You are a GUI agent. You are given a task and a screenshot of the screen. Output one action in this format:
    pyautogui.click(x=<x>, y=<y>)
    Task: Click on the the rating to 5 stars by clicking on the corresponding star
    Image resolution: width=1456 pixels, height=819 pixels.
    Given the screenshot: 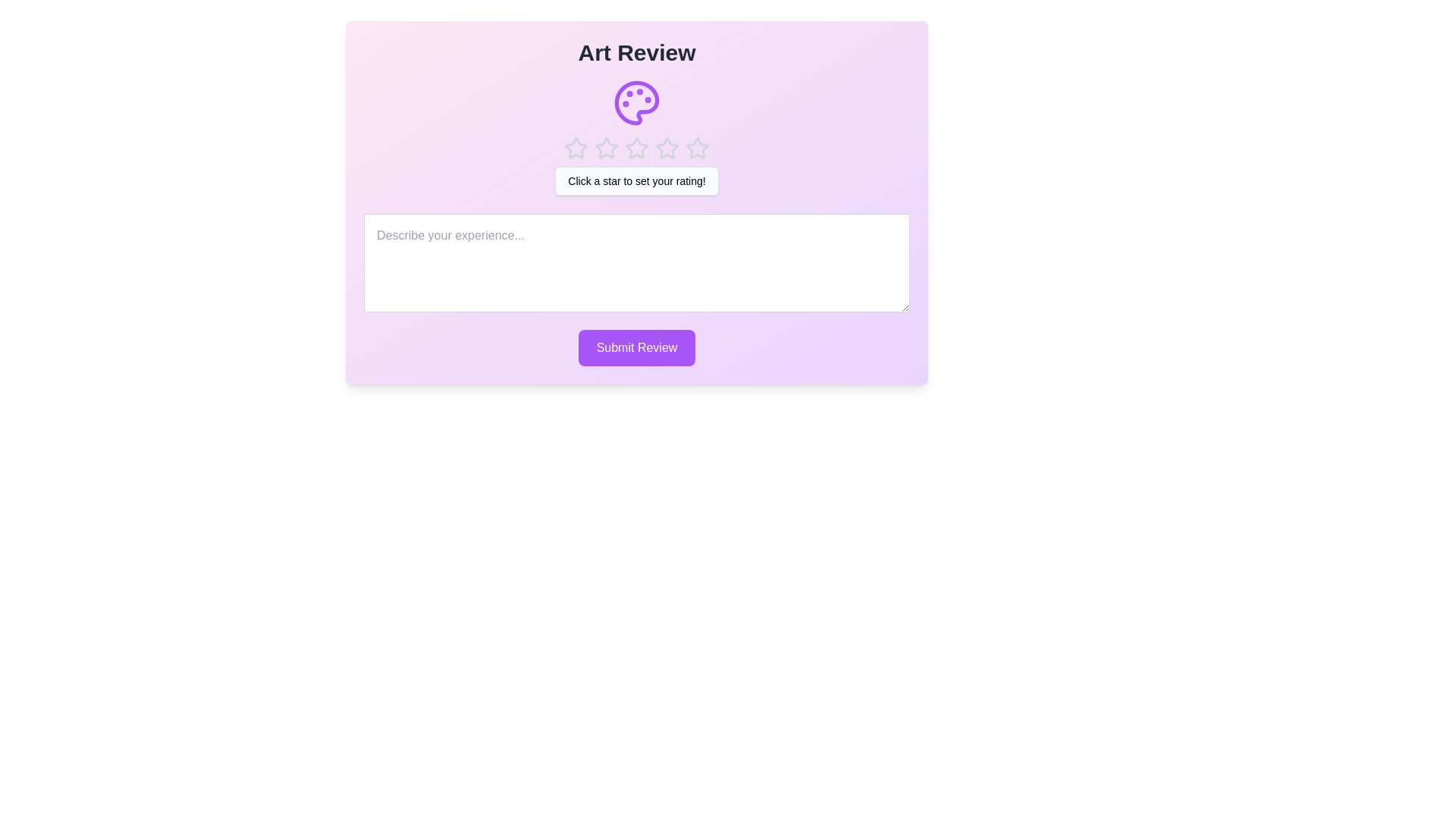 What is the action you would take?
    pyautogui.click(x=697, y=149)
    